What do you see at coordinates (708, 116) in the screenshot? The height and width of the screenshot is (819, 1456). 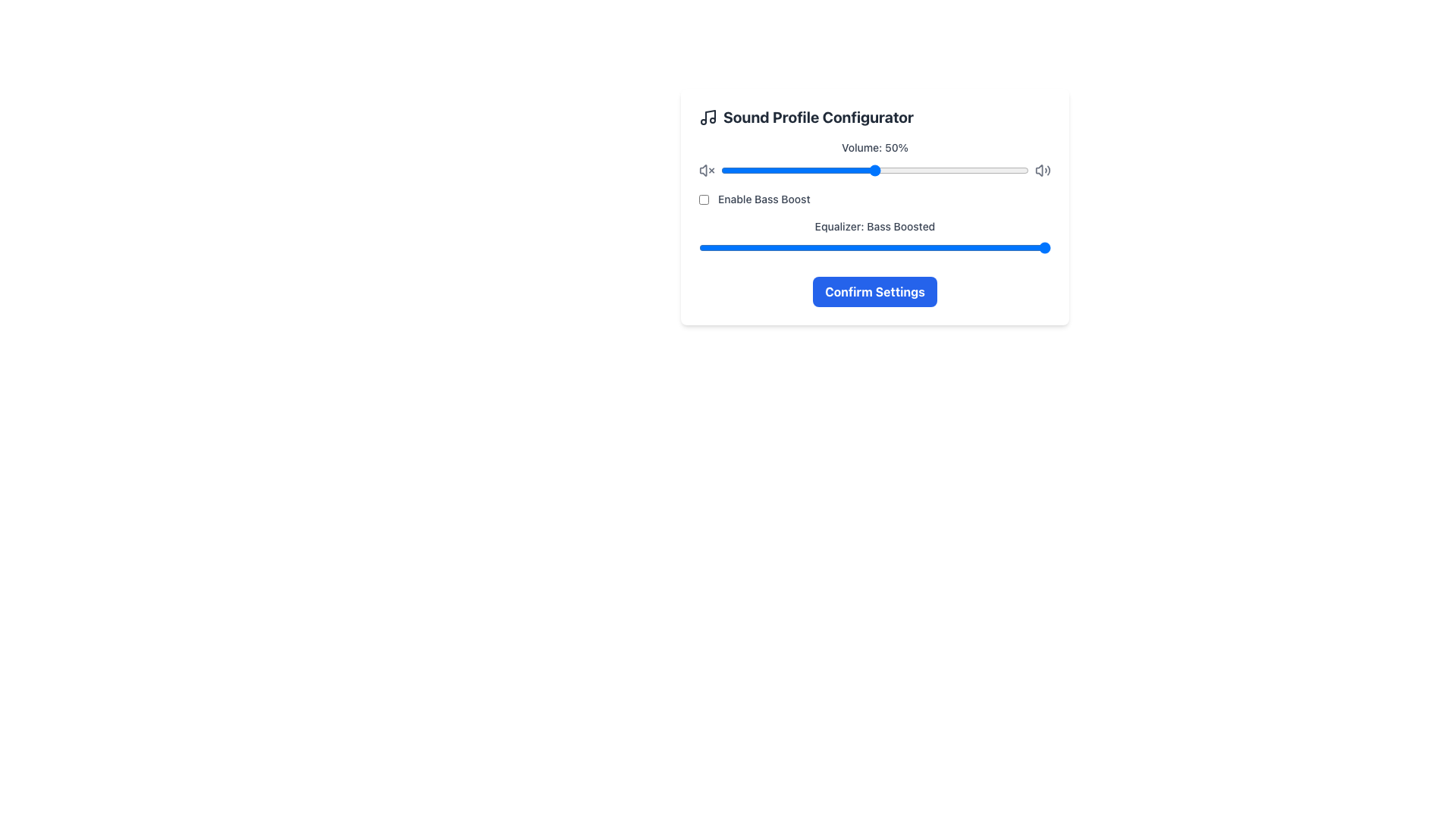 I see `the audio-related features icon located to the left of the 'Sound Profile Configurator' text in the application's header area` at bounding box center [708, 116].